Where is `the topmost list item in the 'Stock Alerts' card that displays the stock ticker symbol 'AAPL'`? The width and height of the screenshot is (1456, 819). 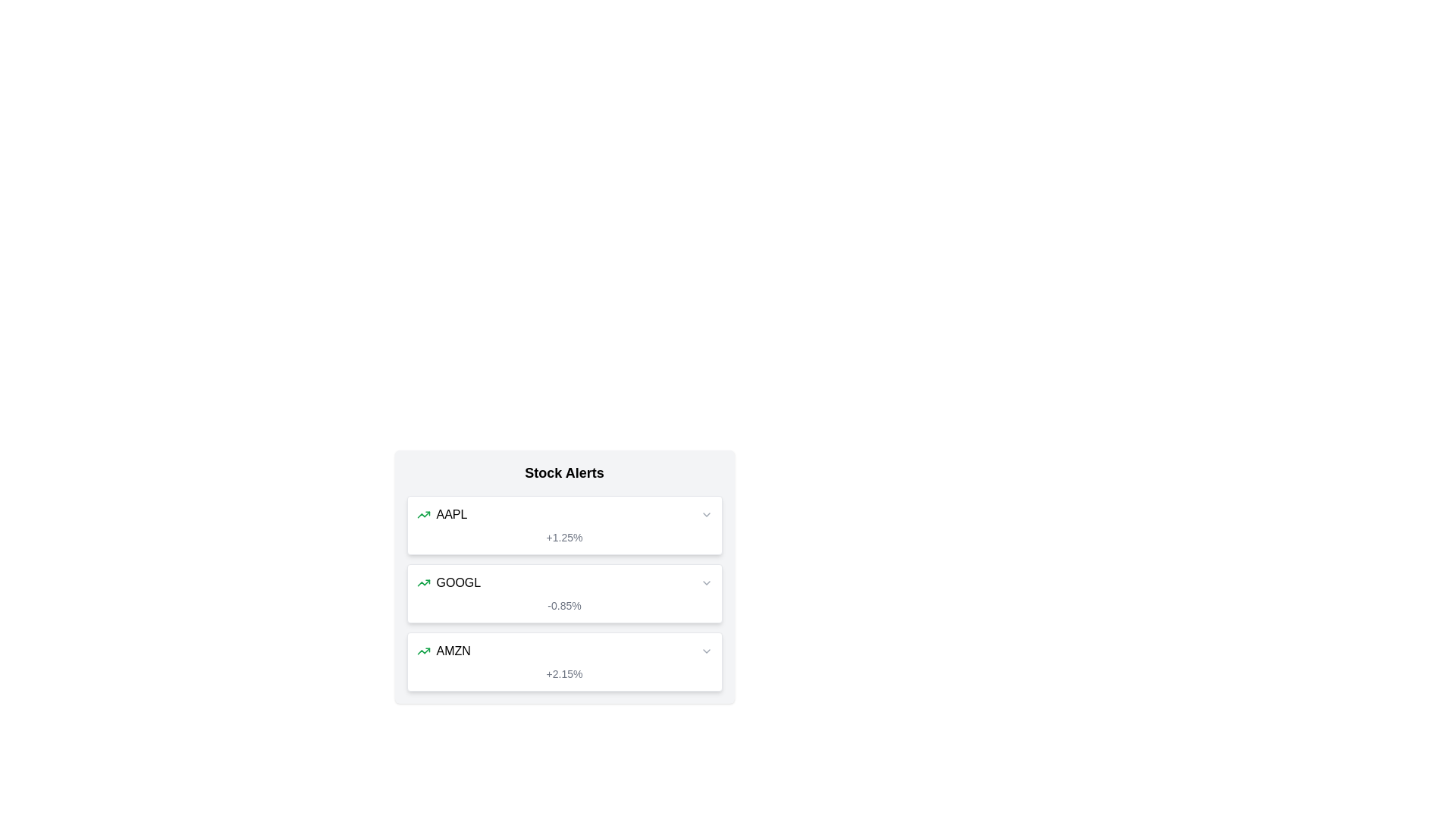
the topmost list item in the 'Stock Alerts' card that displays the stock ticker symbol 'AAPL' is located at coordinates (441, 513).